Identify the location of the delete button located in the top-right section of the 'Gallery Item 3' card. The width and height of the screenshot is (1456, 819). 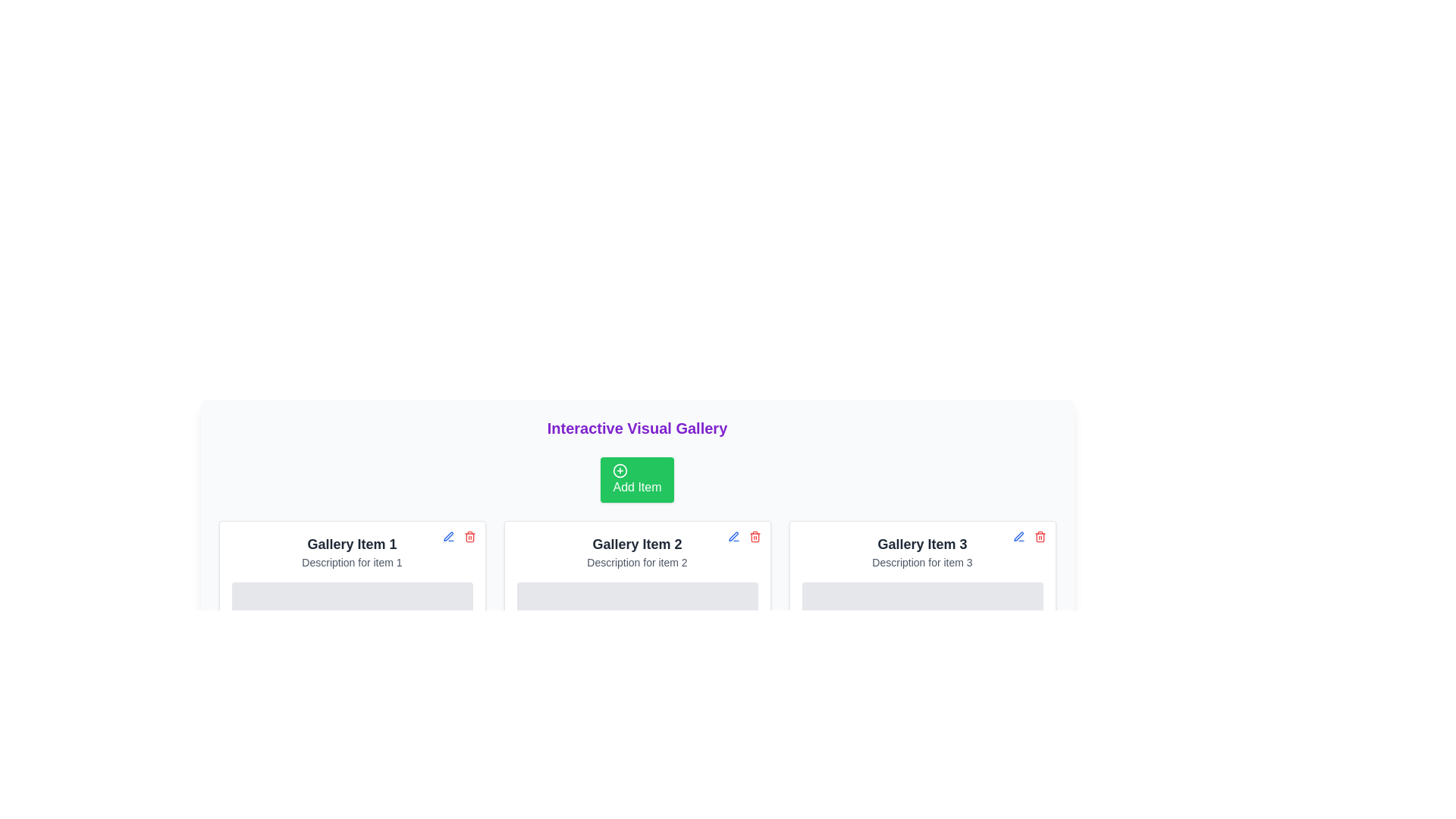
(1039, 536).